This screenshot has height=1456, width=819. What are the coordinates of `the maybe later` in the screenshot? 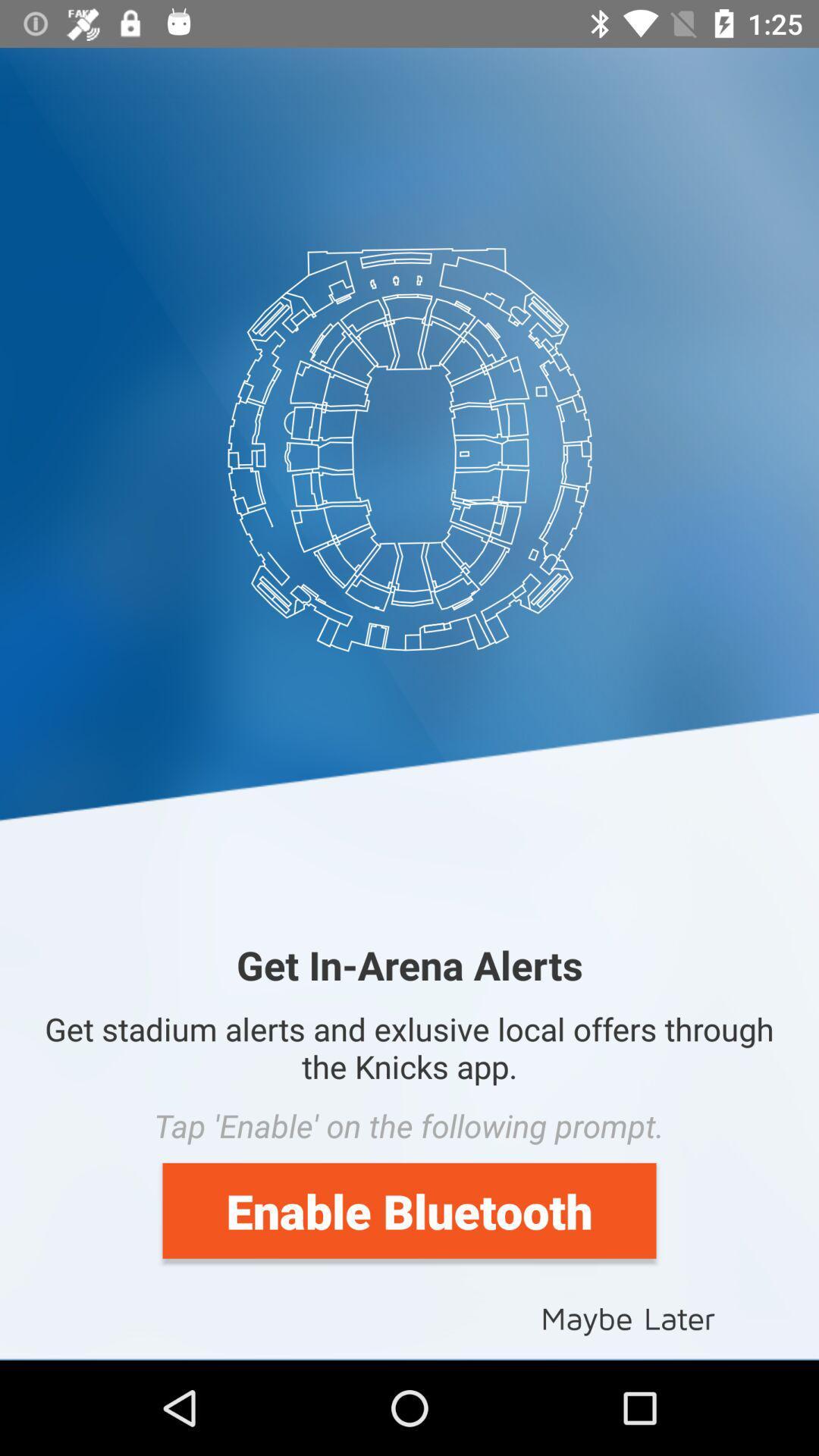 It's located at (628, 1316).